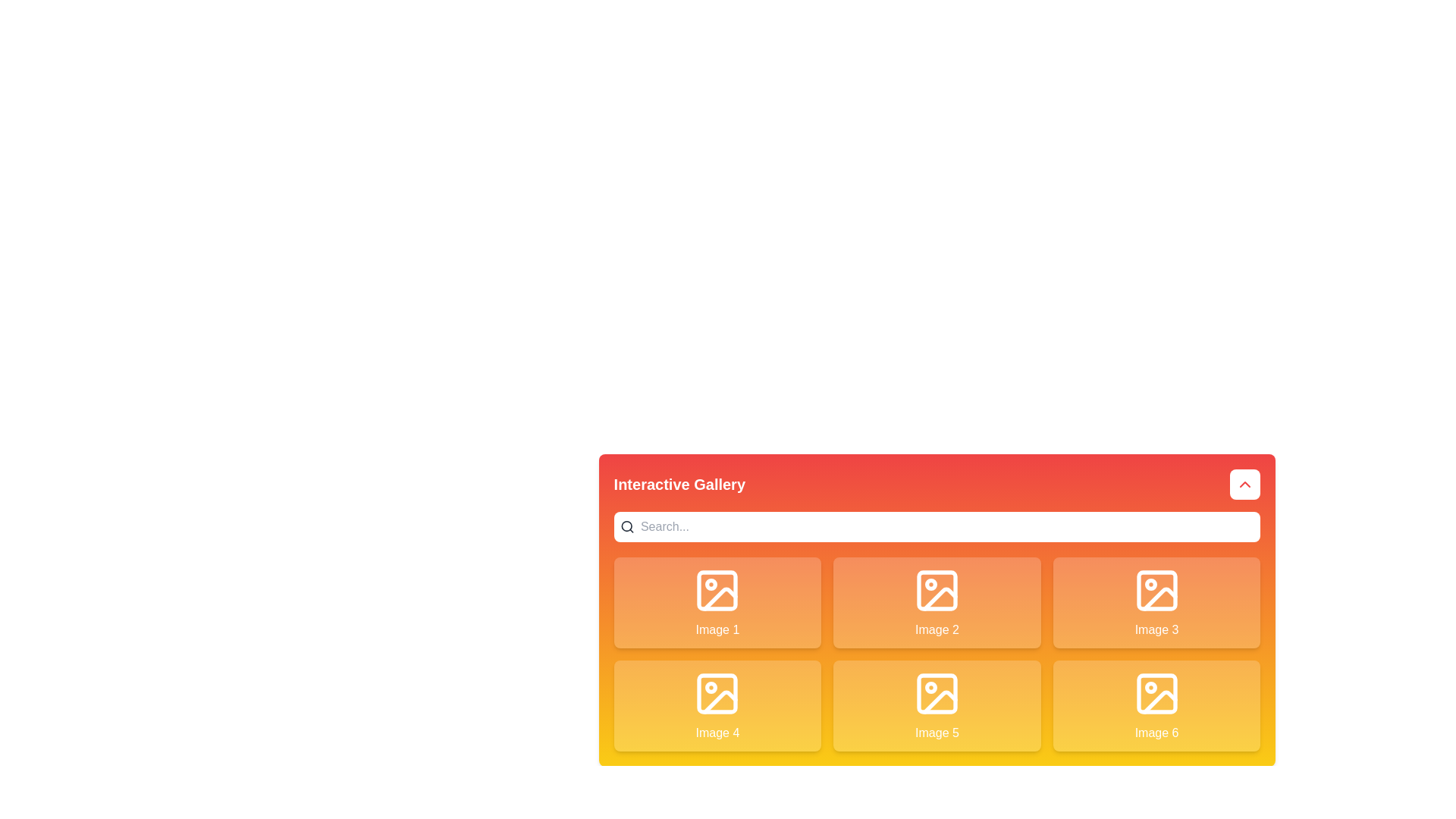  Describe the element at coordinates (1245, 485) in the screenshot. I see `the square button with a white background and red border, featuring an upward-pointing chevron icon, located in the top-right corner of the 'Interactive Gallery' section header` at that location.